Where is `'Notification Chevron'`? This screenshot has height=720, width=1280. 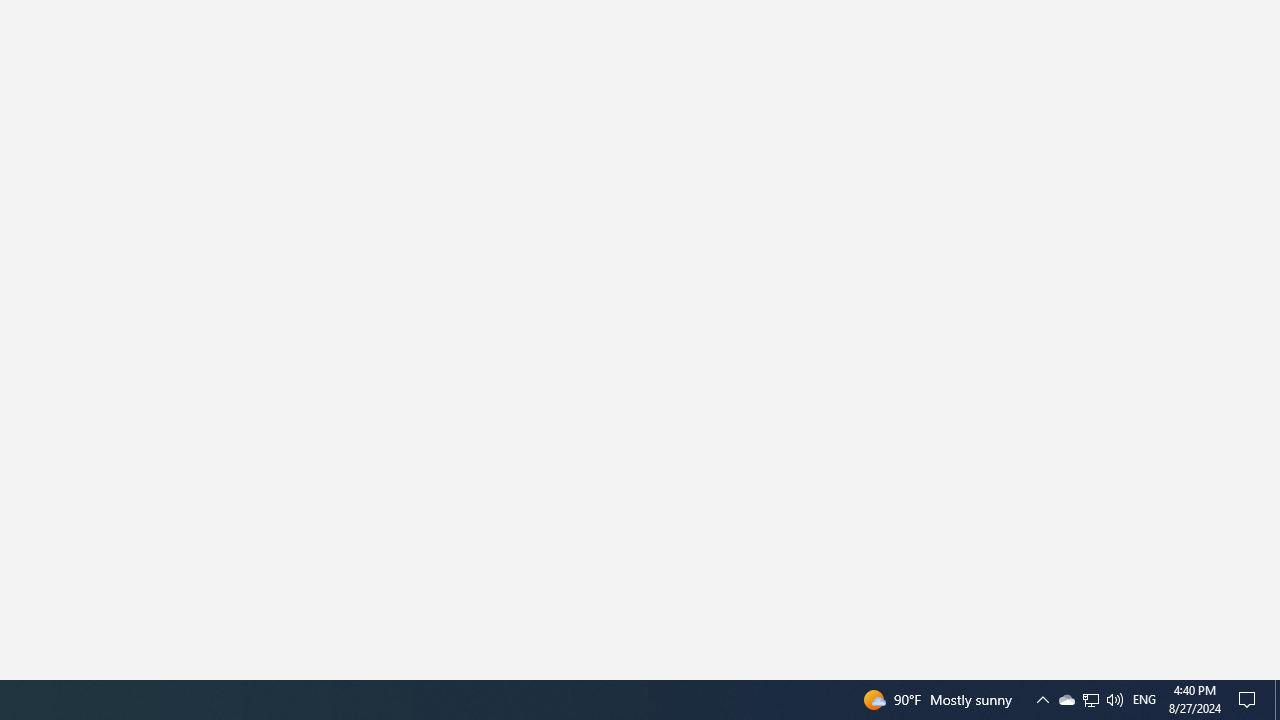
'Notification Chevron' is located at coordinates (1090, 698).